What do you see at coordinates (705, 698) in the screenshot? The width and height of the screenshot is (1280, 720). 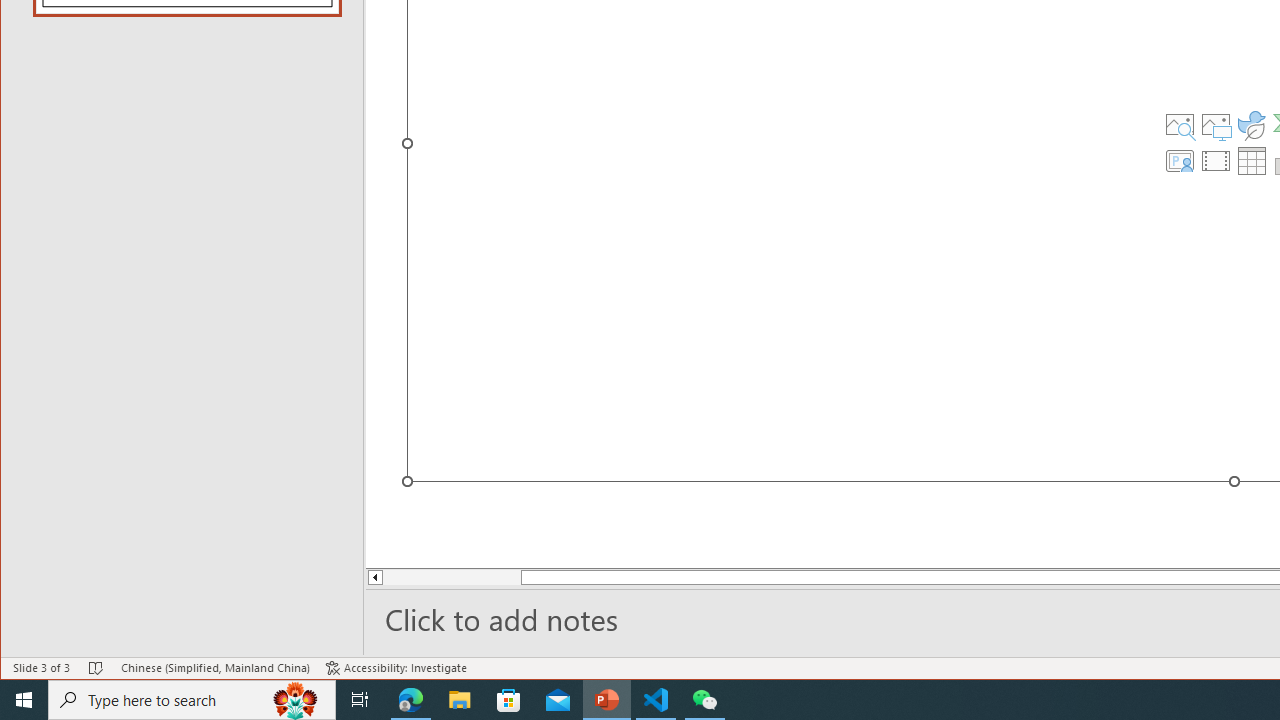 I see `'WeChat - 1 running window'` at bounding box center [705, 698].